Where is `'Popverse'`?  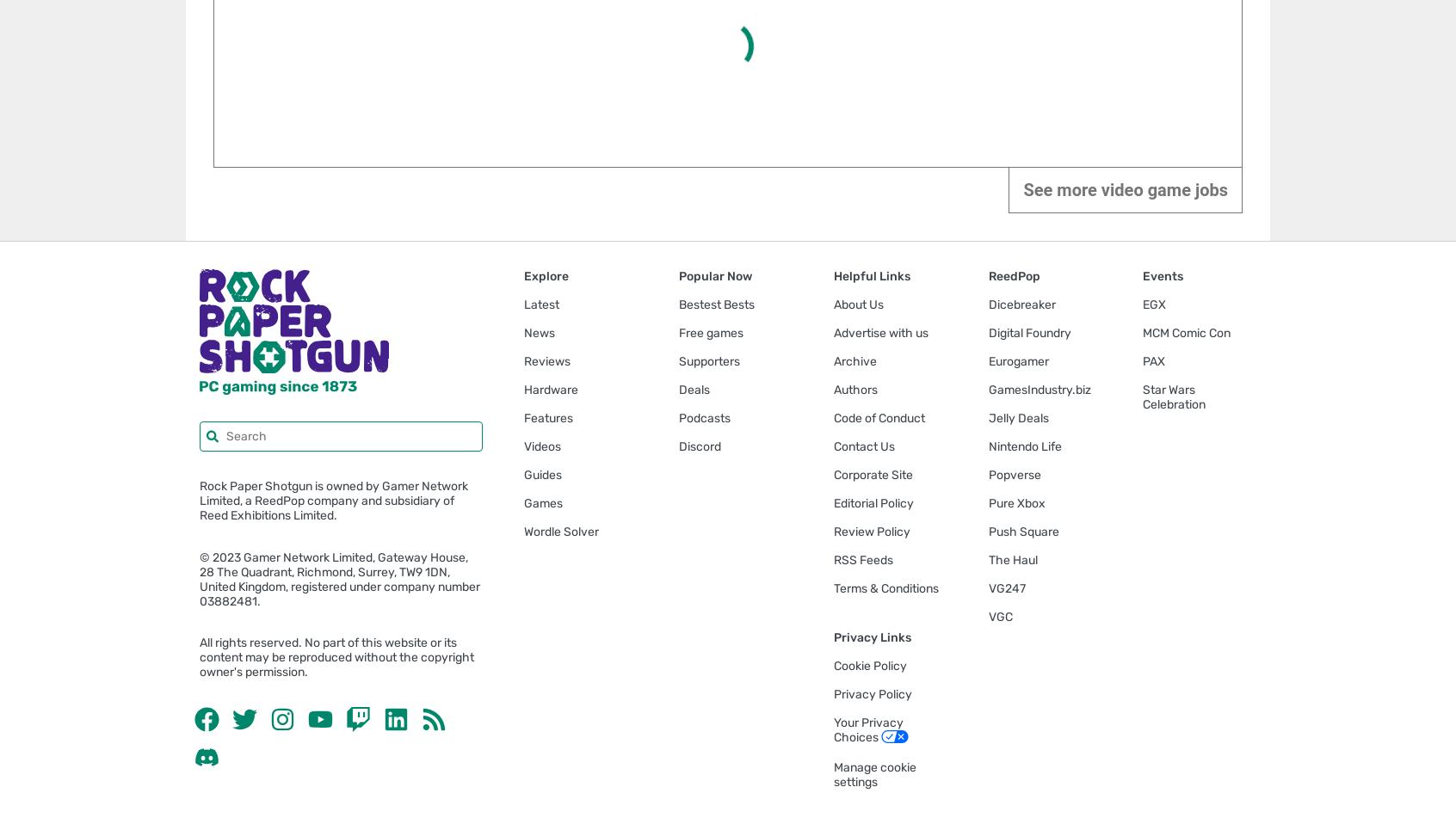
'Popverse' is located at coordinates (1013, 473).